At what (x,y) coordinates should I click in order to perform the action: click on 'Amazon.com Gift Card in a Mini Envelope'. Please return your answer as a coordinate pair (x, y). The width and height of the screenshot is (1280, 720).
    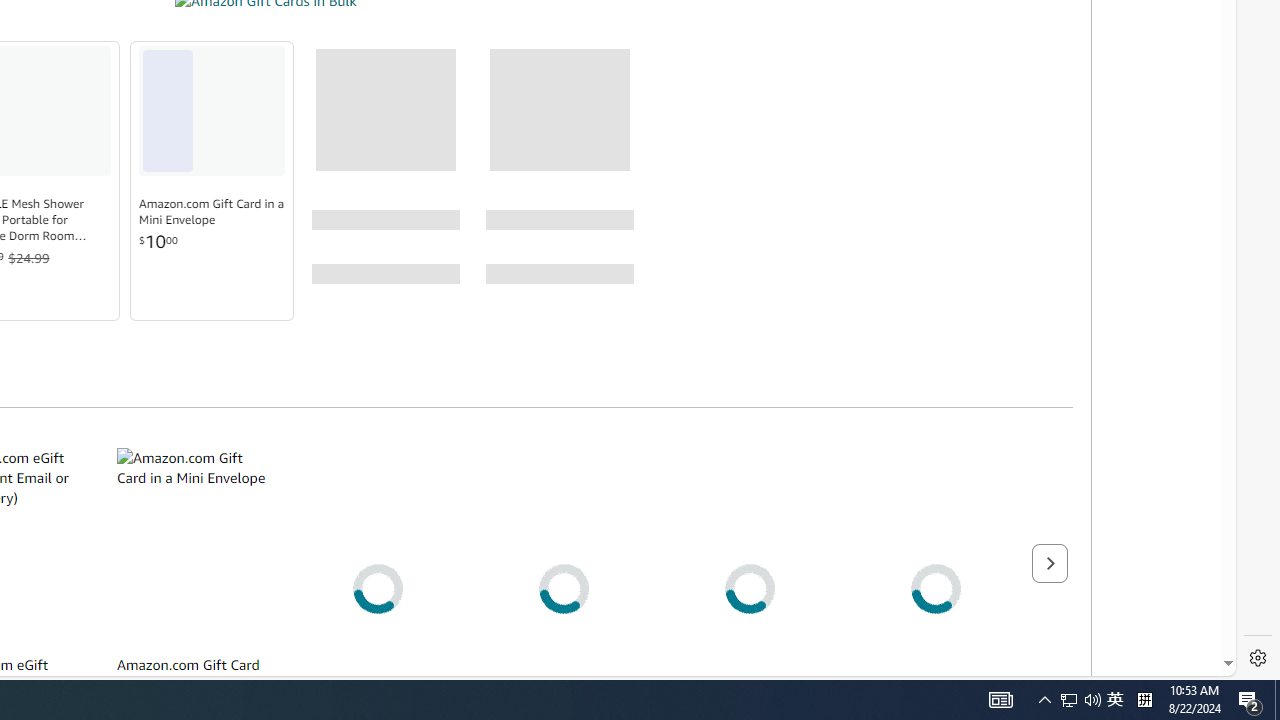
    Looking at the image, I should click on (212, 212).